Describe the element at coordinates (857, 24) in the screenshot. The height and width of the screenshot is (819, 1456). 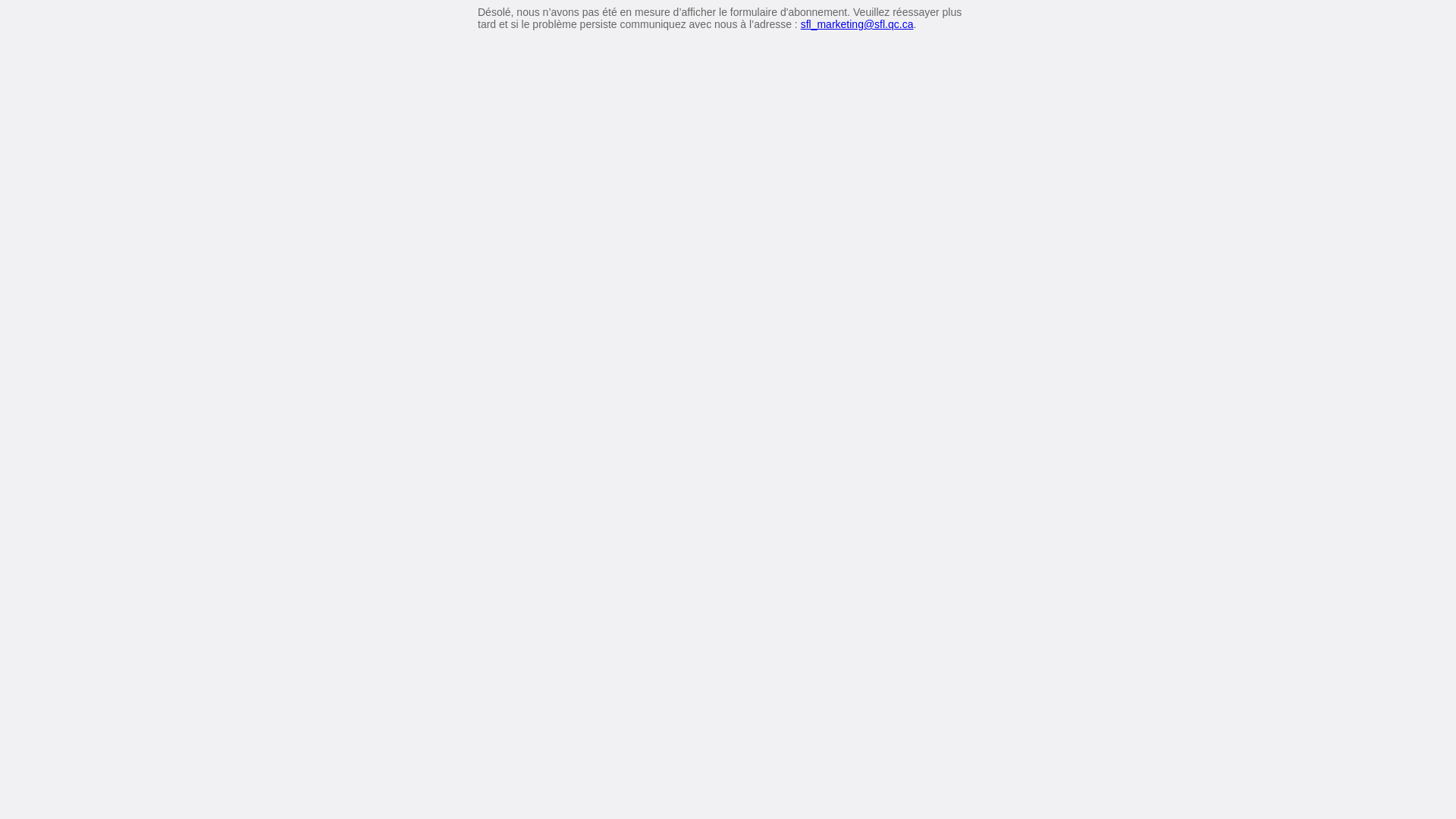
I see `'sfl_marketing@sfl.qc.ca'` at that location.